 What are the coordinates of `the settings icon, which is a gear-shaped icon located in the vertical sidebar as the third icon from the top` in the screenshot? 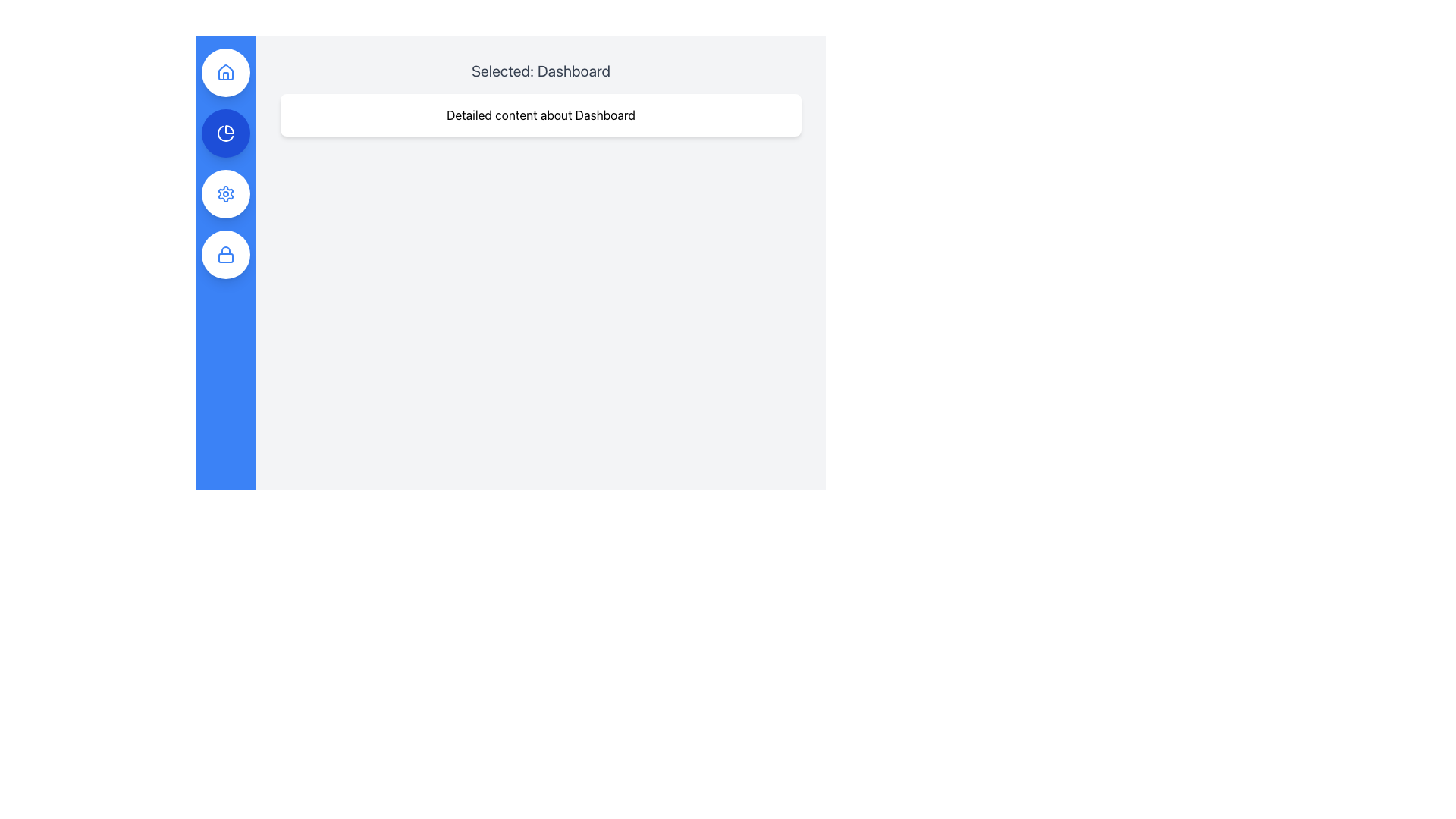 It's located at (224, 193).